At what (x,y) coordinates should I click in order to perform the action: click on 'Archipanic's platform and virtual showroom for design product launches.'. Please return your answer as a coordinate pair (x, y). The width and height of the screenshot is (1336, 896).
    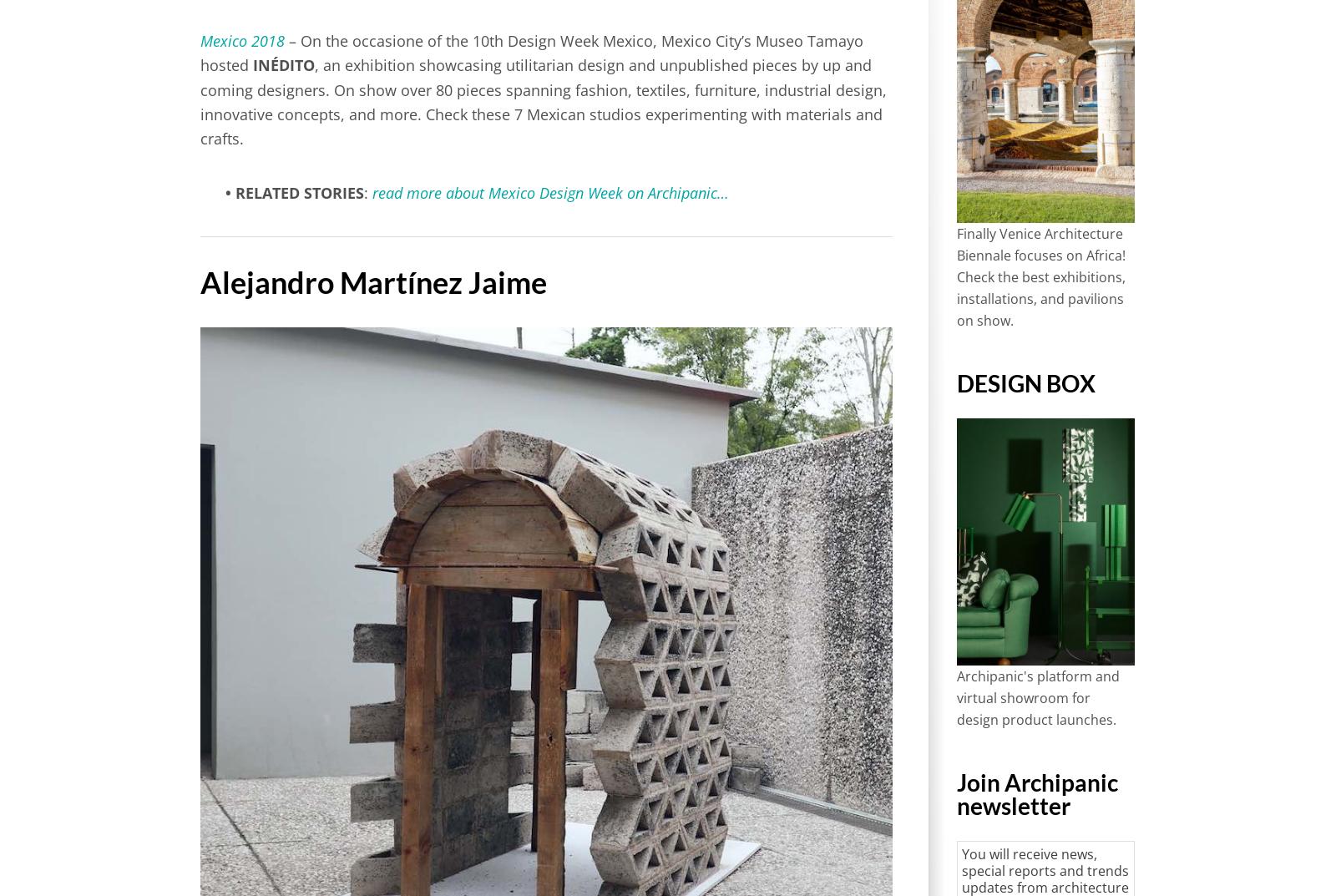
    Looking at the image, I should click on (1036, 696).